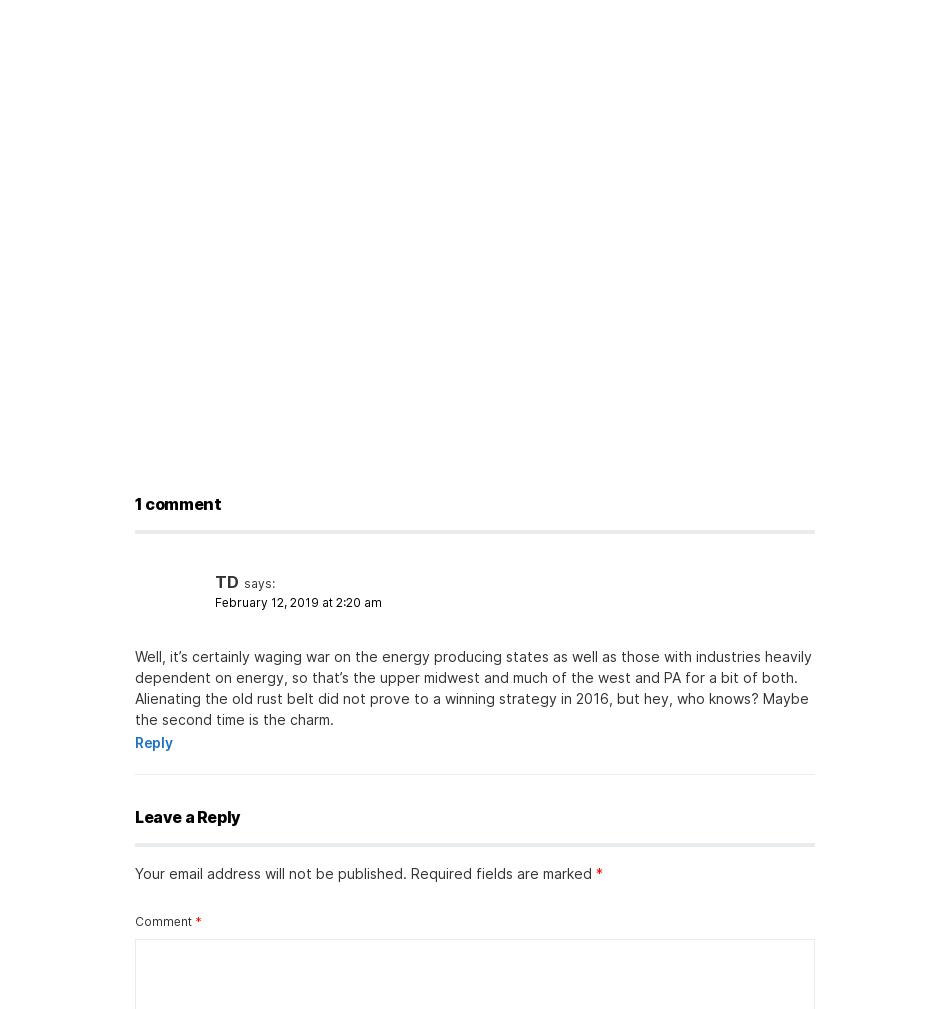  I want to click on 'Your email address will not be published.', so click(134, 873).